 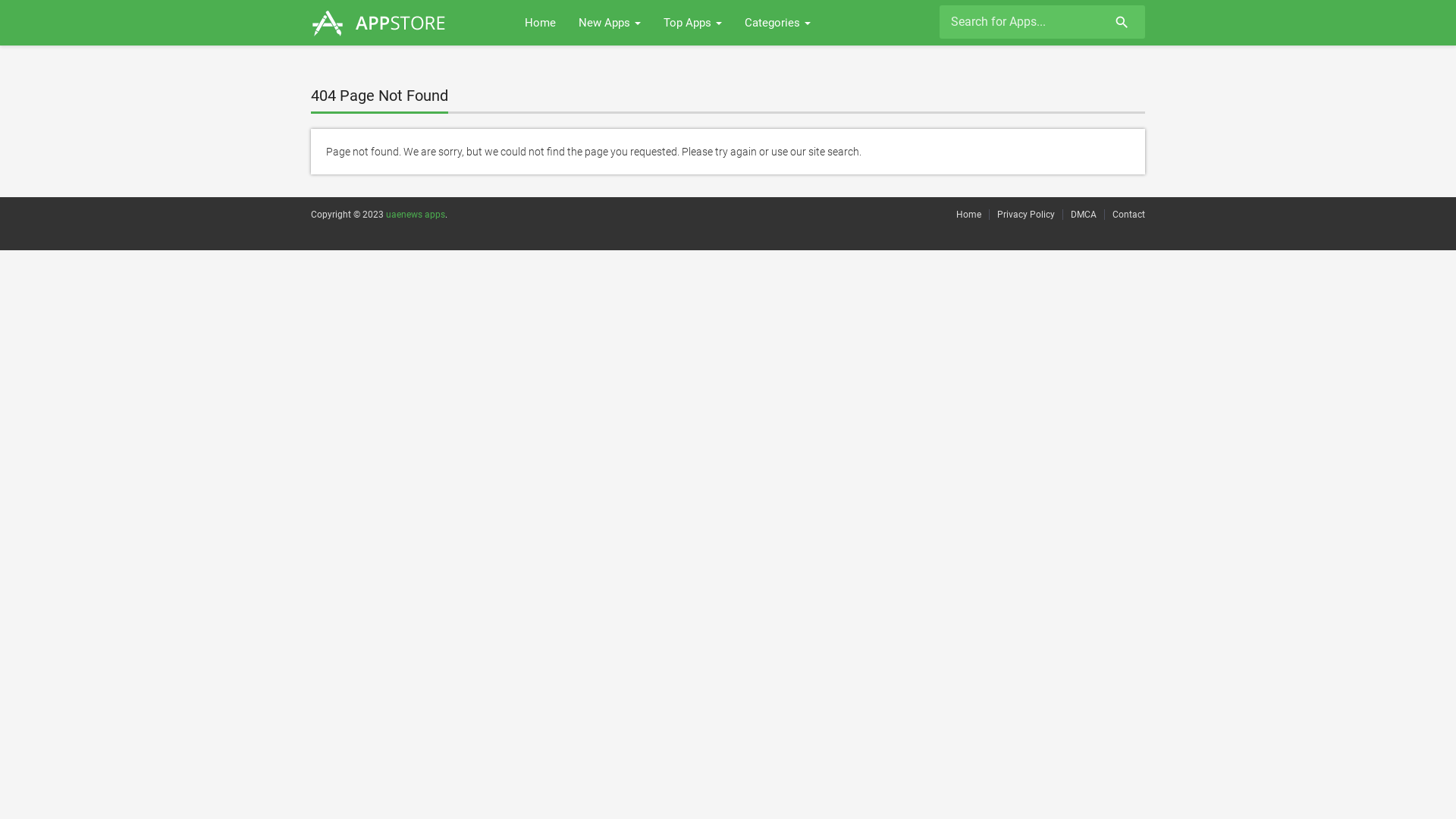 What do you see at coordinates (777, 23) in the screenshot?
I see `'Categories'` at bounding box center [777, 23].